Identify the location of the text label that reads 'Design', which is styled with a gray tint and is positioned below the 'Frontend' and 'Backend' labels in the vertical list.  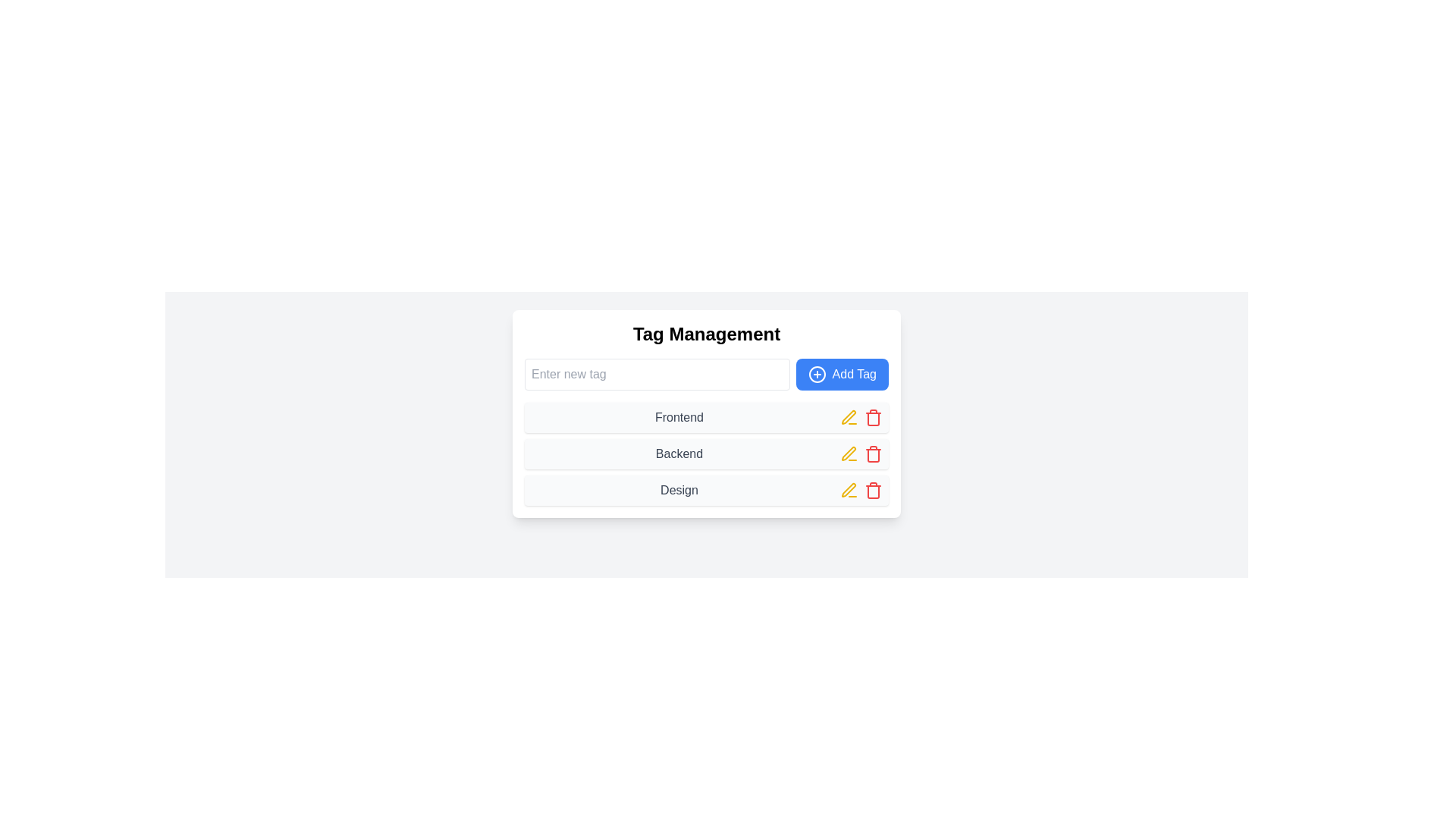
(679, 491).